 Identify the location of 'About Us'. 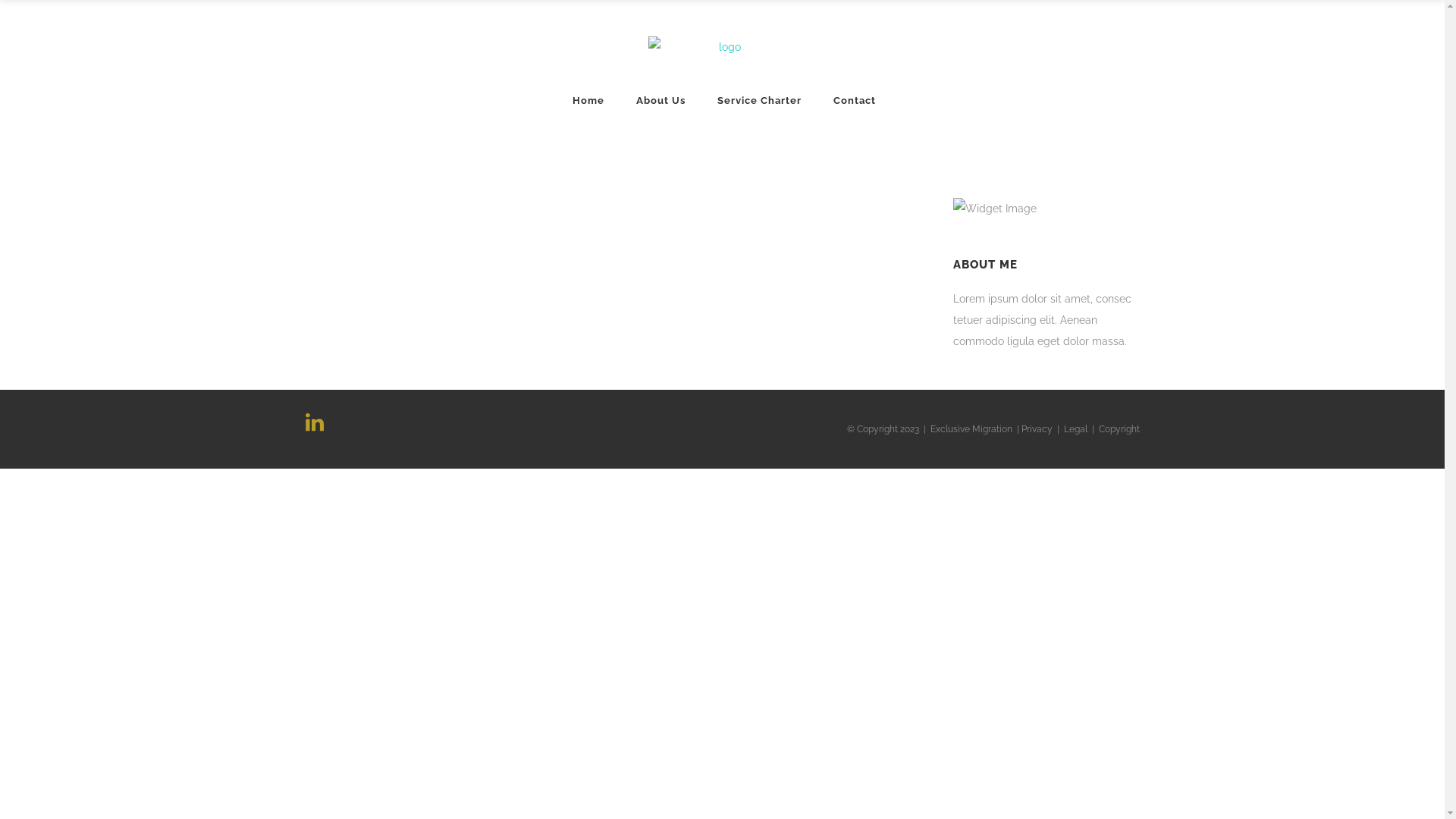
(661, 99).